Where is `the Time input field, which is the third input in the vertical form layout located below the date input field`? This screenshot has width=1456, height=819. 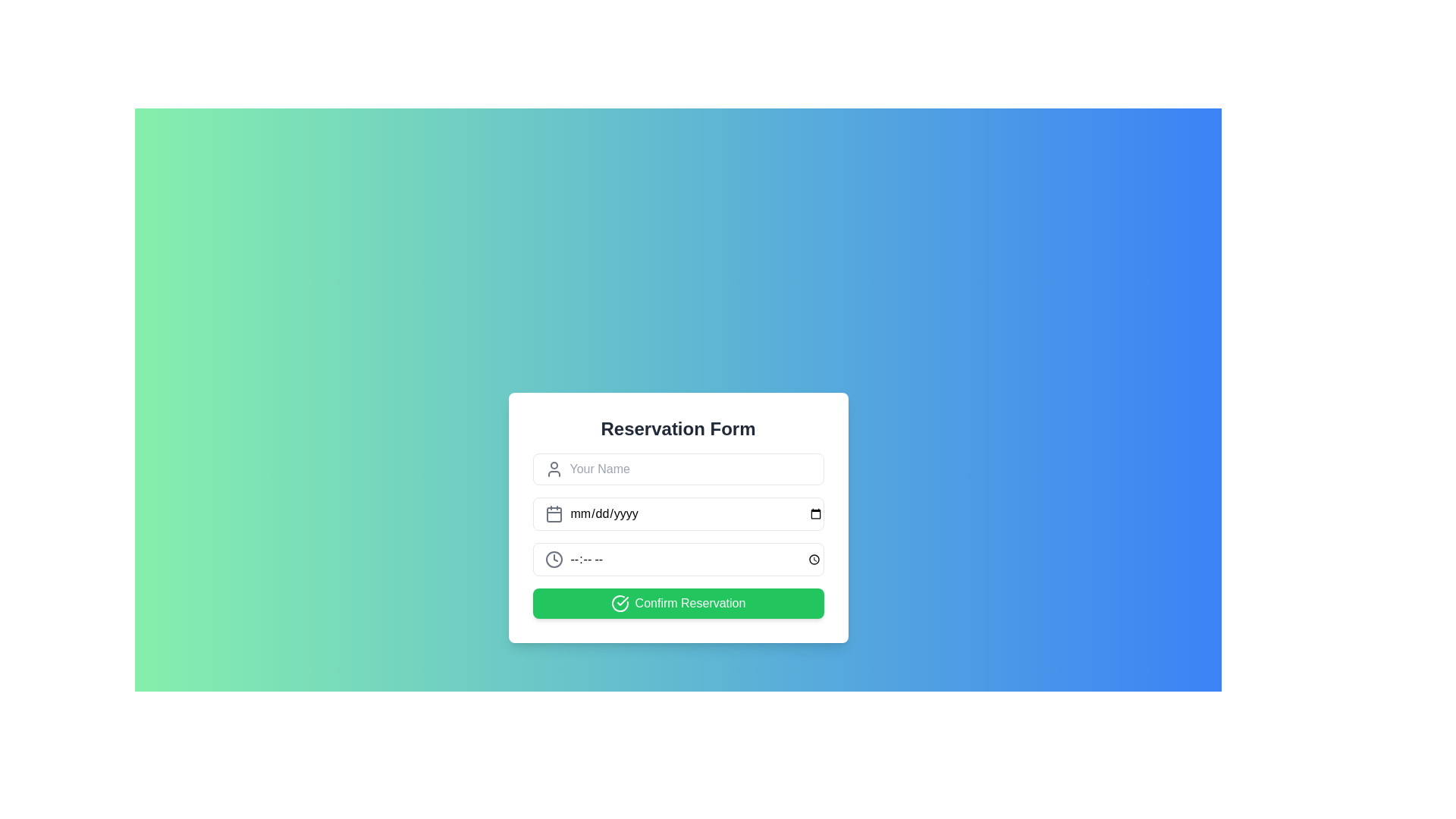 the Time input field, which is the third input in the vertical form layout located below the date input field is located at coordinates (677, 559).